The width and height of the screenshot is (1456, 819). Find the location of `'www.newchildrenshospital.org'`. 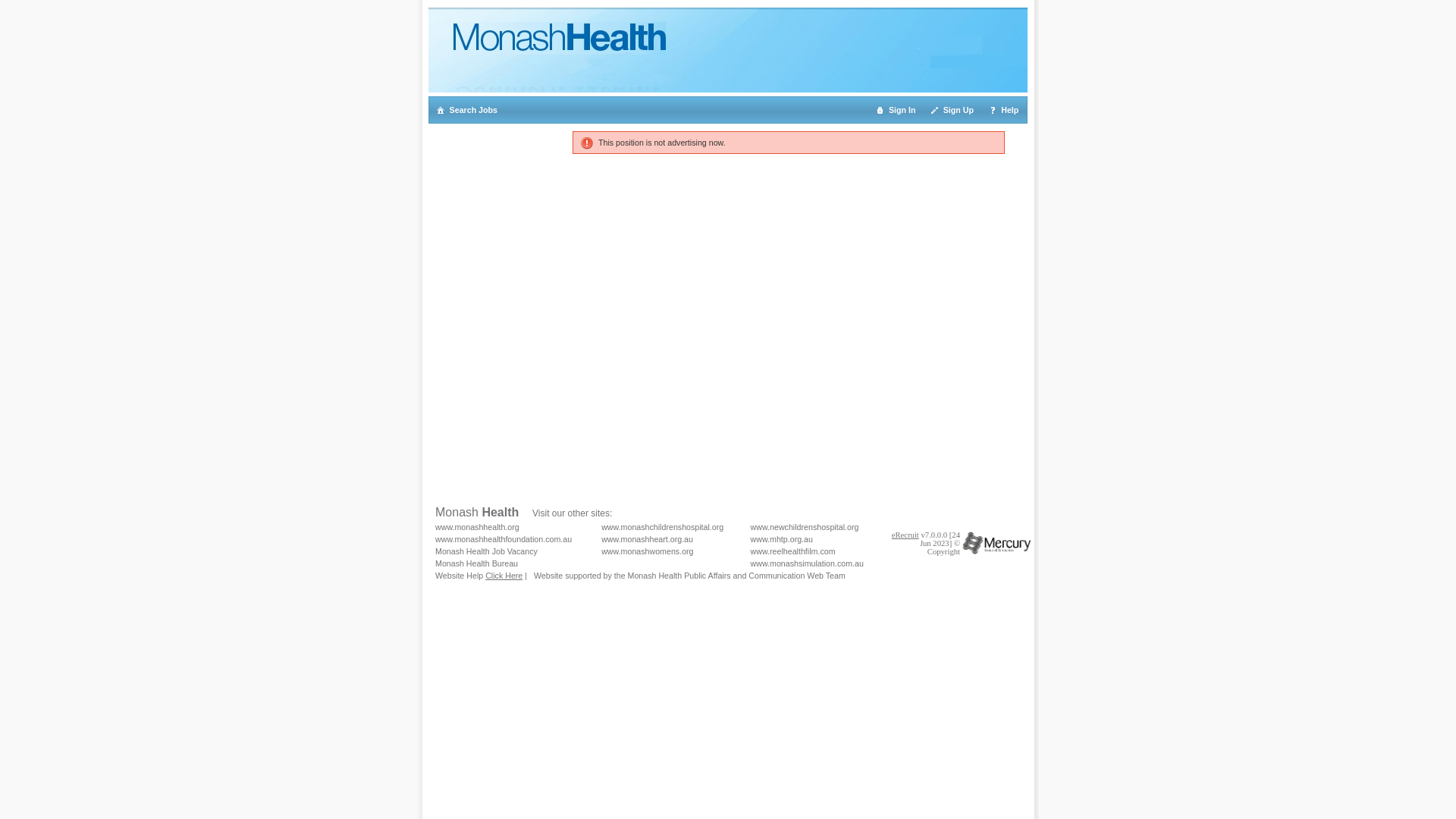

'www.newchildrenshospital.org' is located at coordinates (750, 526).